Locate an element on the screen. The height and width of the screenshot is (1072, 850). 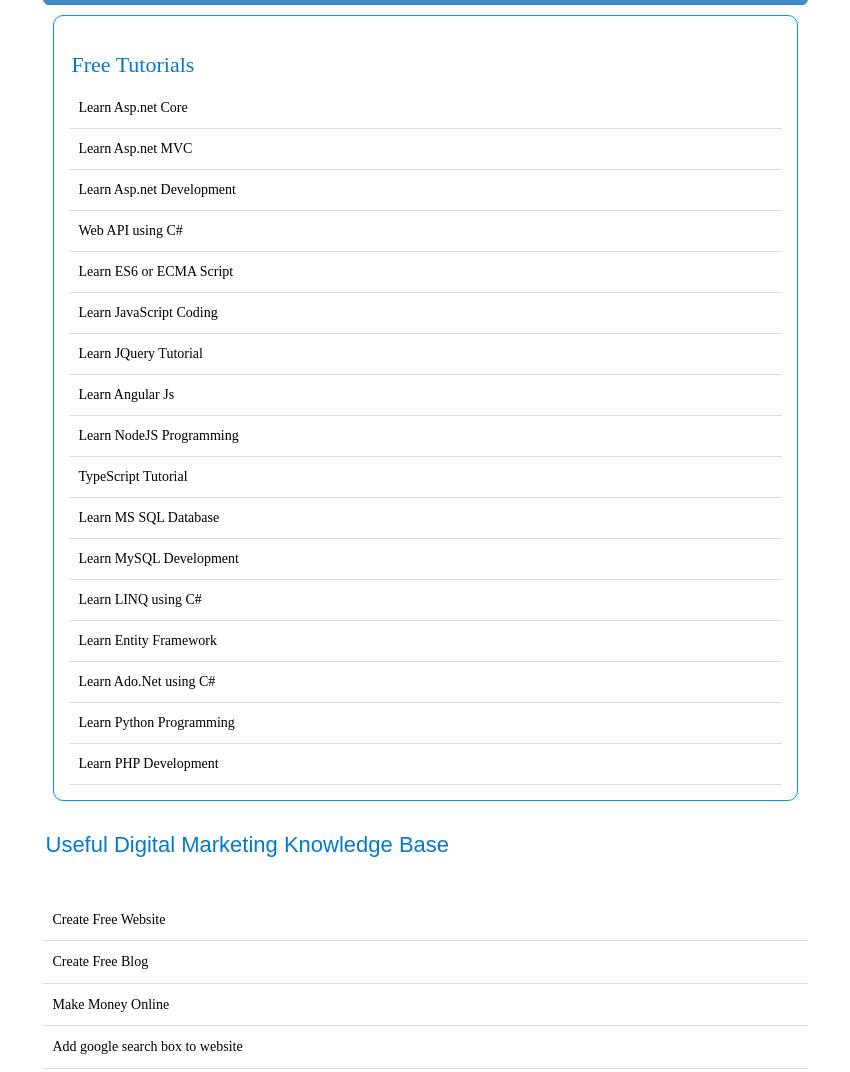
'Free Tutorials' is located at coordinates (132, 63).